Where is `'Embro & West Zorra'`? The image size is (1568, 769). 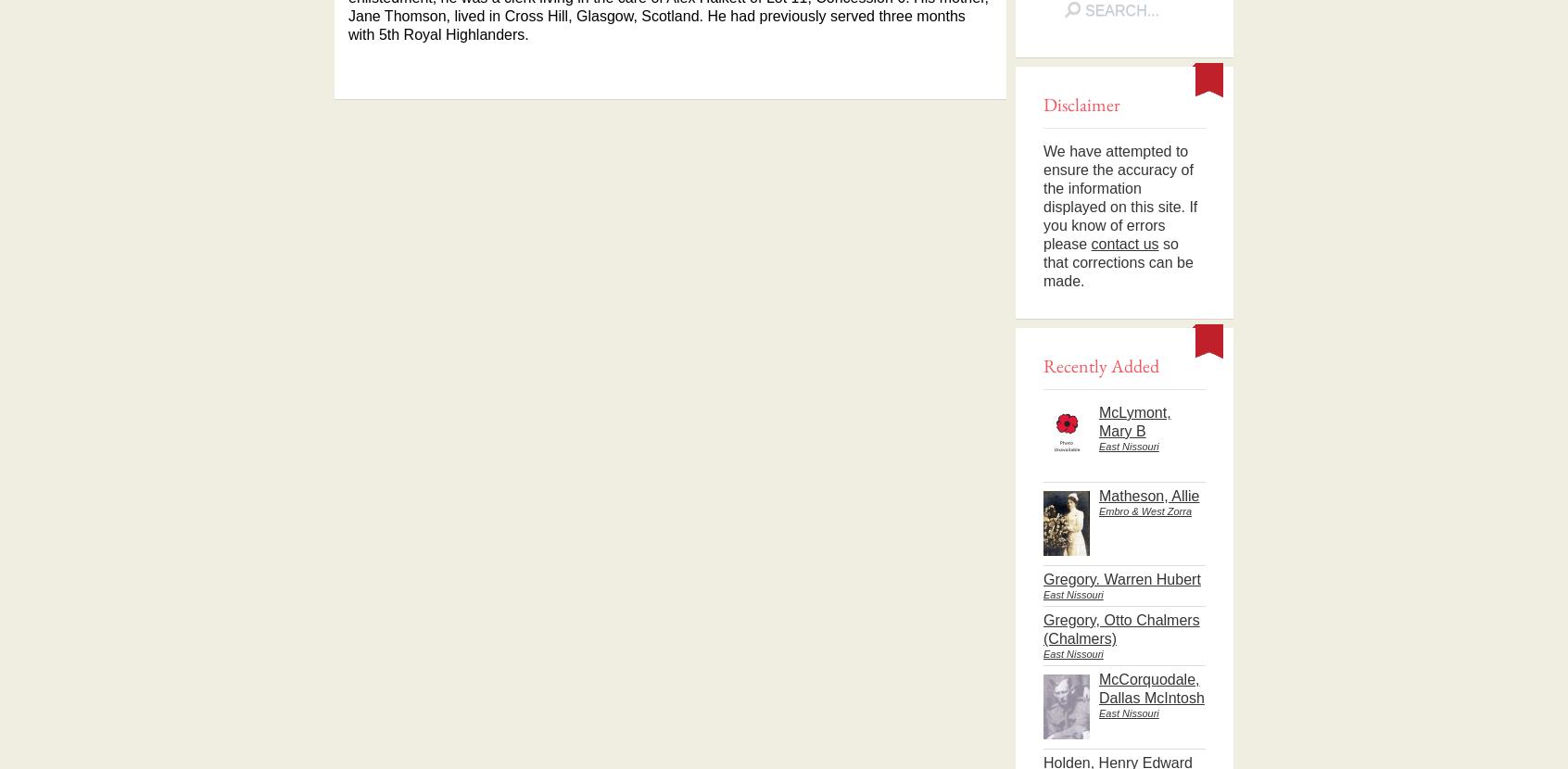 'Embro & West Zorra' is located at coordinates (1097, 511).